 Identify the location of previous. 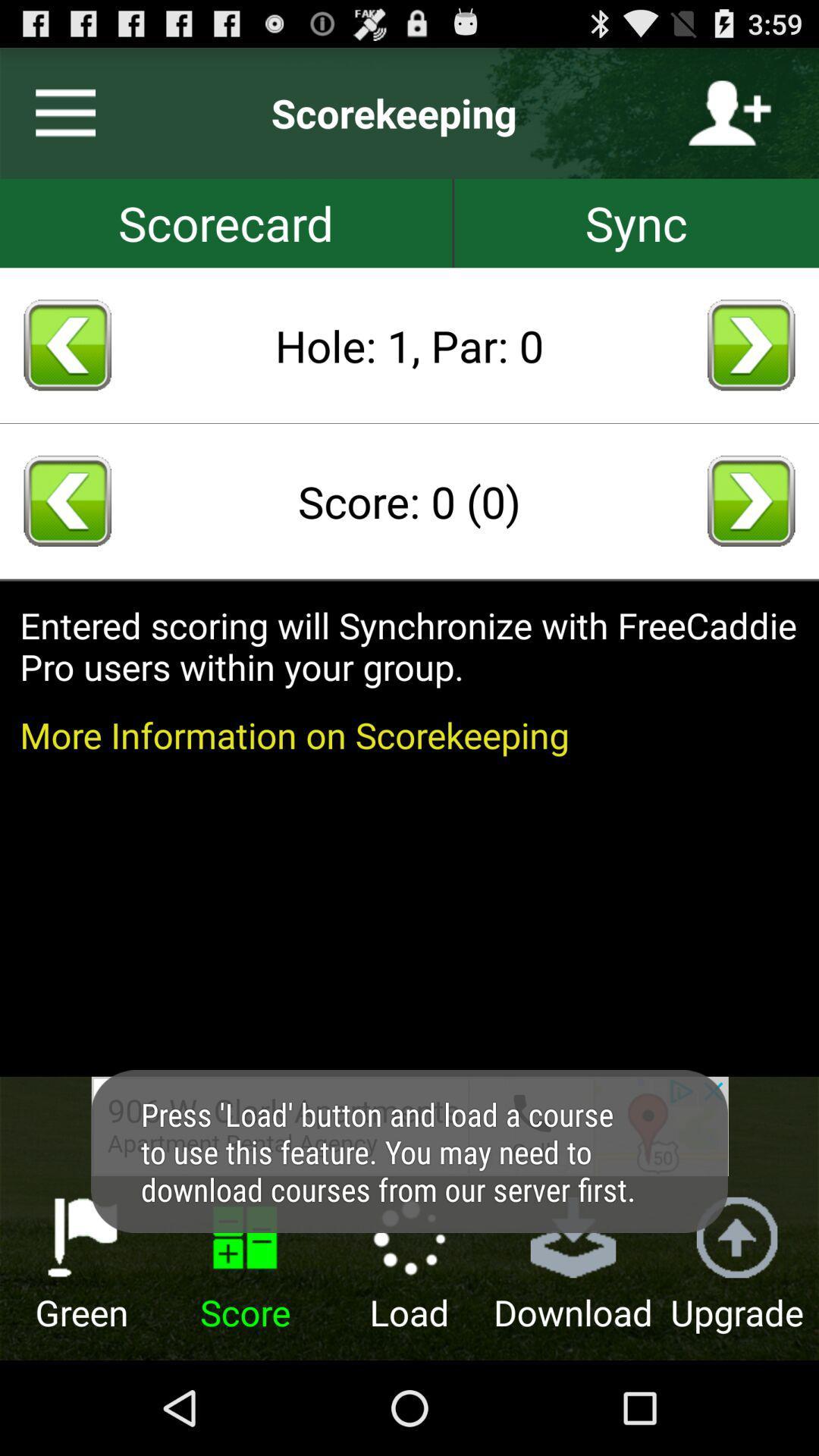
(67, 500).